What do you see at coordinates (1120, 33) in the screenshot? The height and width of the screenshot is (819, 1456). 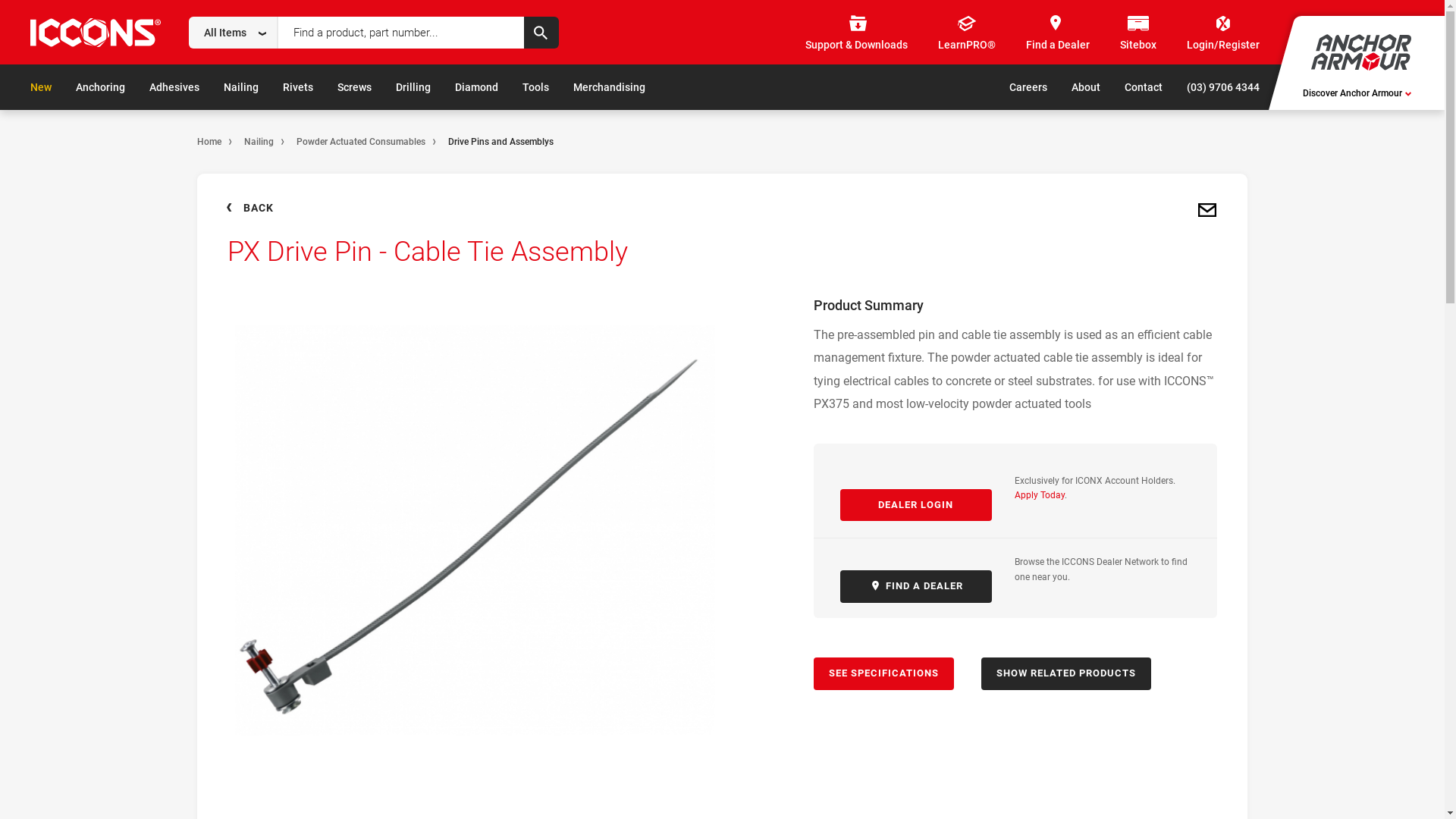 I see `'Sitebox'` at bounding box center [1120, 33].